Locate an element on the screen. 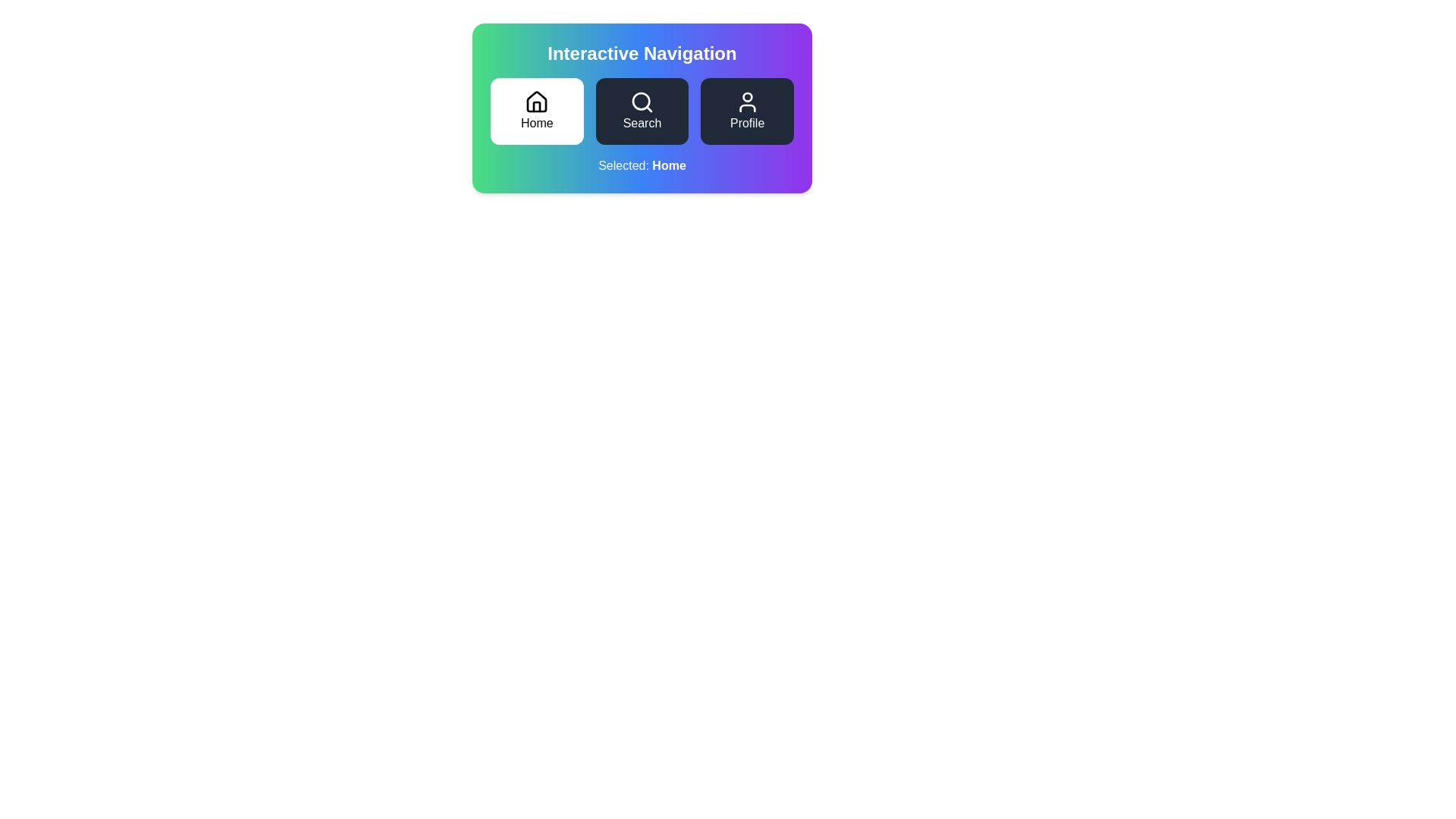 The image size is (1456, 819). the 'Search' text label within the navigation button, which is styled in white against a dark background, to initiate the search functionality is located at coordinates (642, 122).